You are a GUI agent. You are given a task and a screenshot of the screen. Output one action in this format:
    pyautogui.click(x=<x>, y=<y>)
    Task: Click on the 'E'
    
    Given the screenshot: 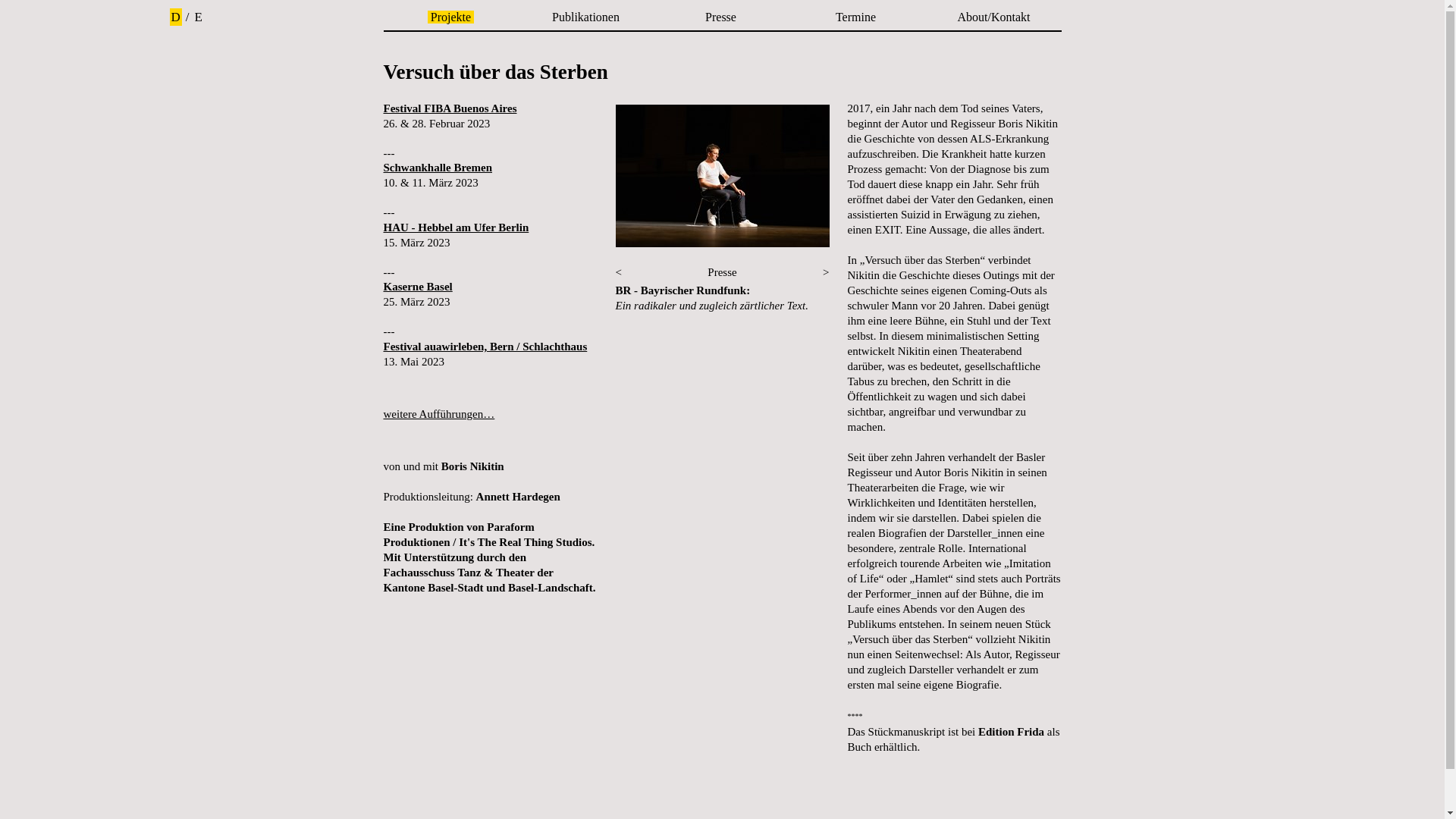 What is the action you would take?
    pyautogui.click(x=198, y=17)
    